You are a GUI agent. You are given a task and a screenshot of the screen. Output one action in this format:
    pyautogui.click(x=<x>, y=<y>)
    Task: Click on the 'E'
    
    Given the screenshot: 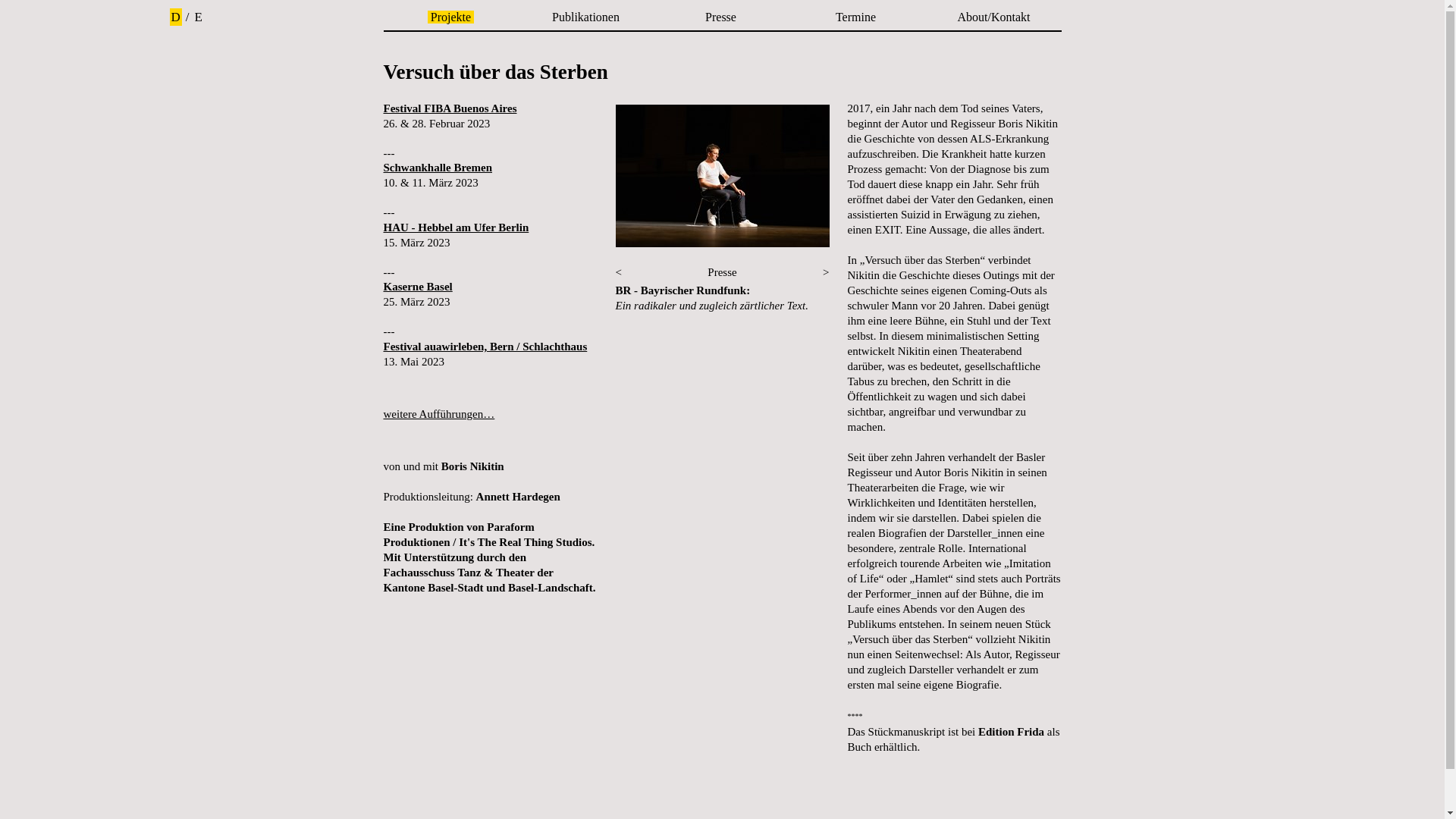 What is the action you would take?
    pyautogui.click(x=198, y=17)
    